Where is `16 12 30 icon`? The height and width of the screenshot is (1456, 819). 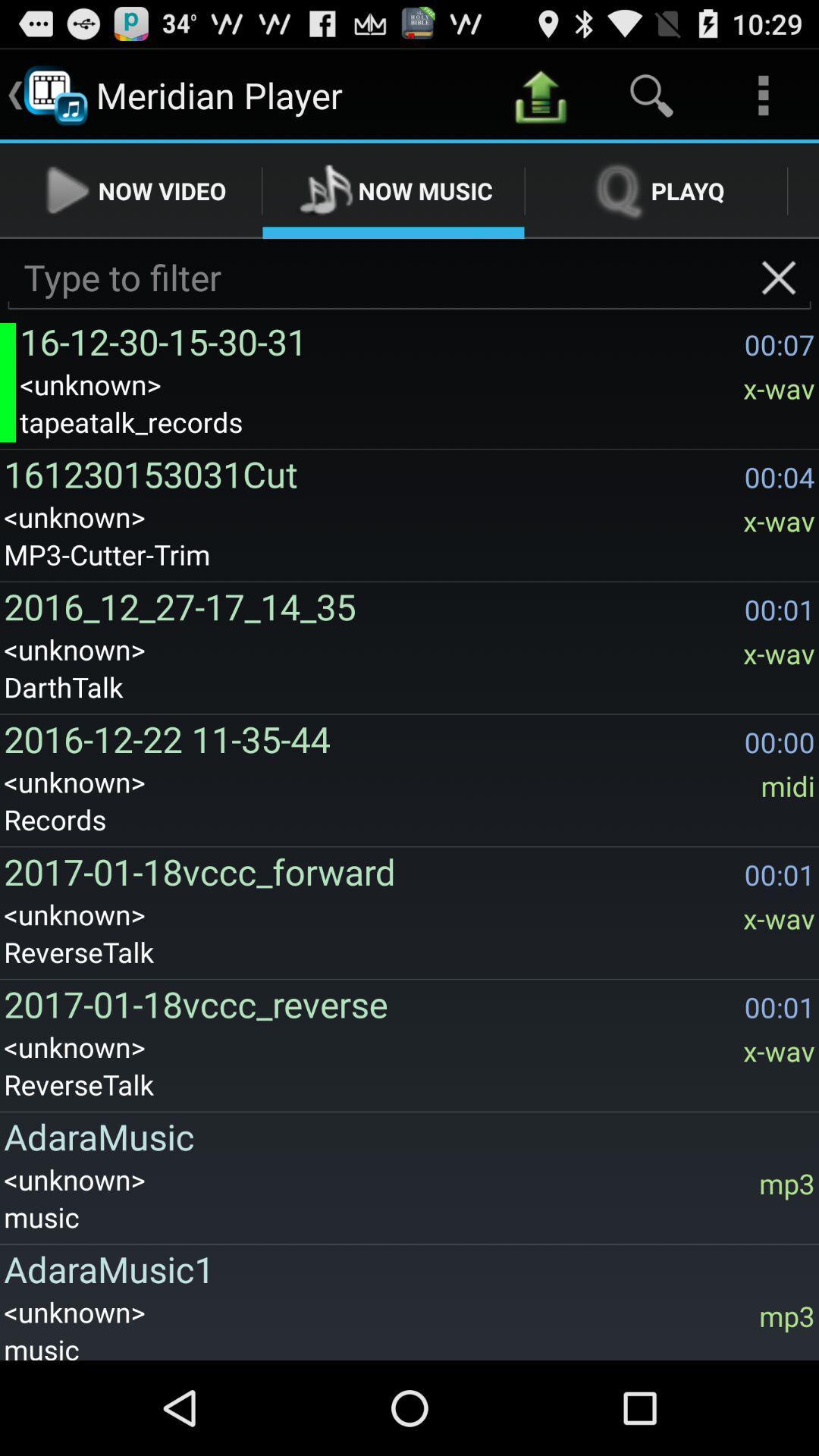
16 12 30 icon is located at coordinates (377, 340).